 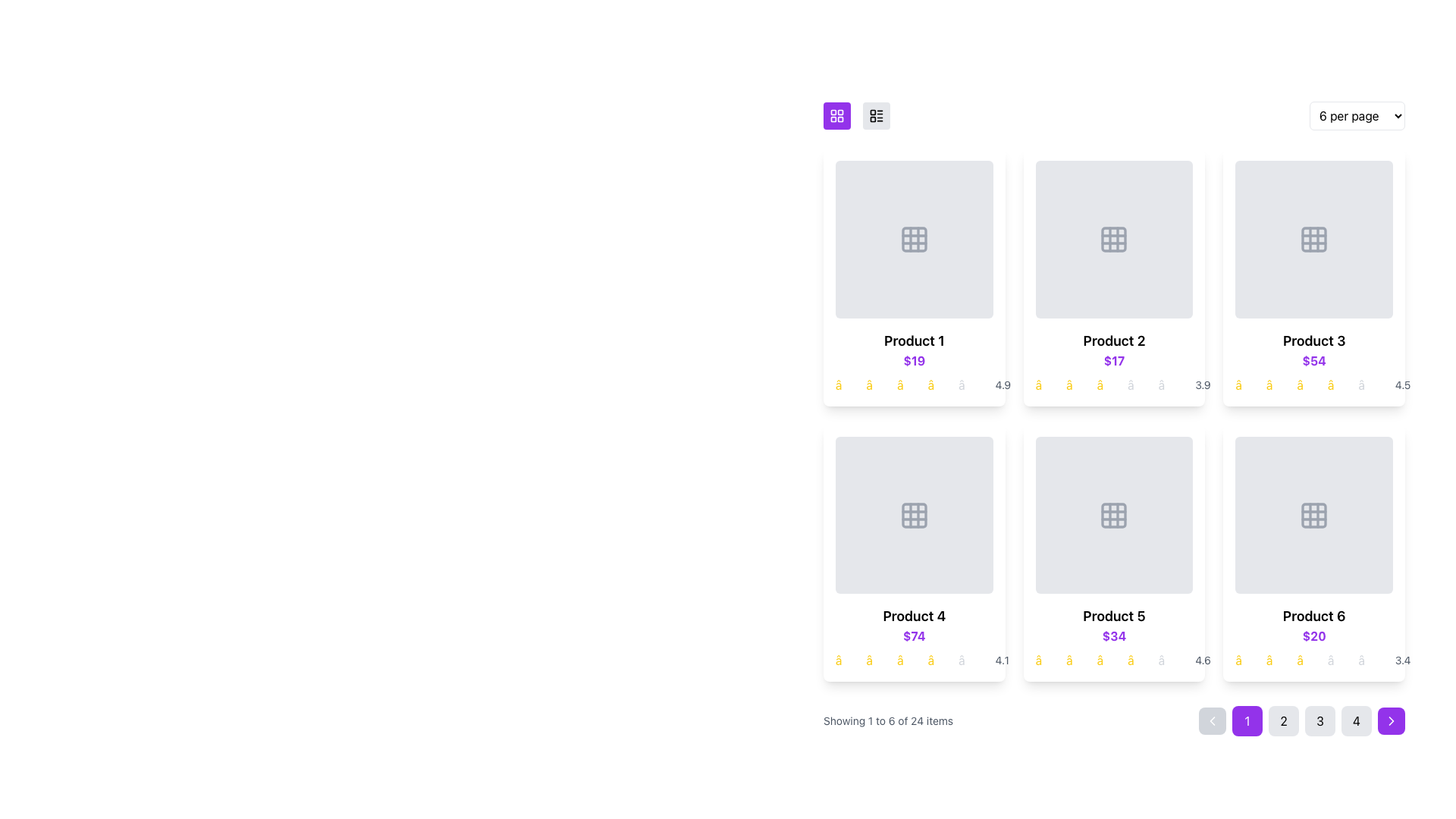 What do you see at coordinates (1202, 660) in the screenshot?
I see `text label that displays the numerical rating, located at the far right of the rating component beneath the fifth star icon in the product card layout` at bounding box center [1202, 660].